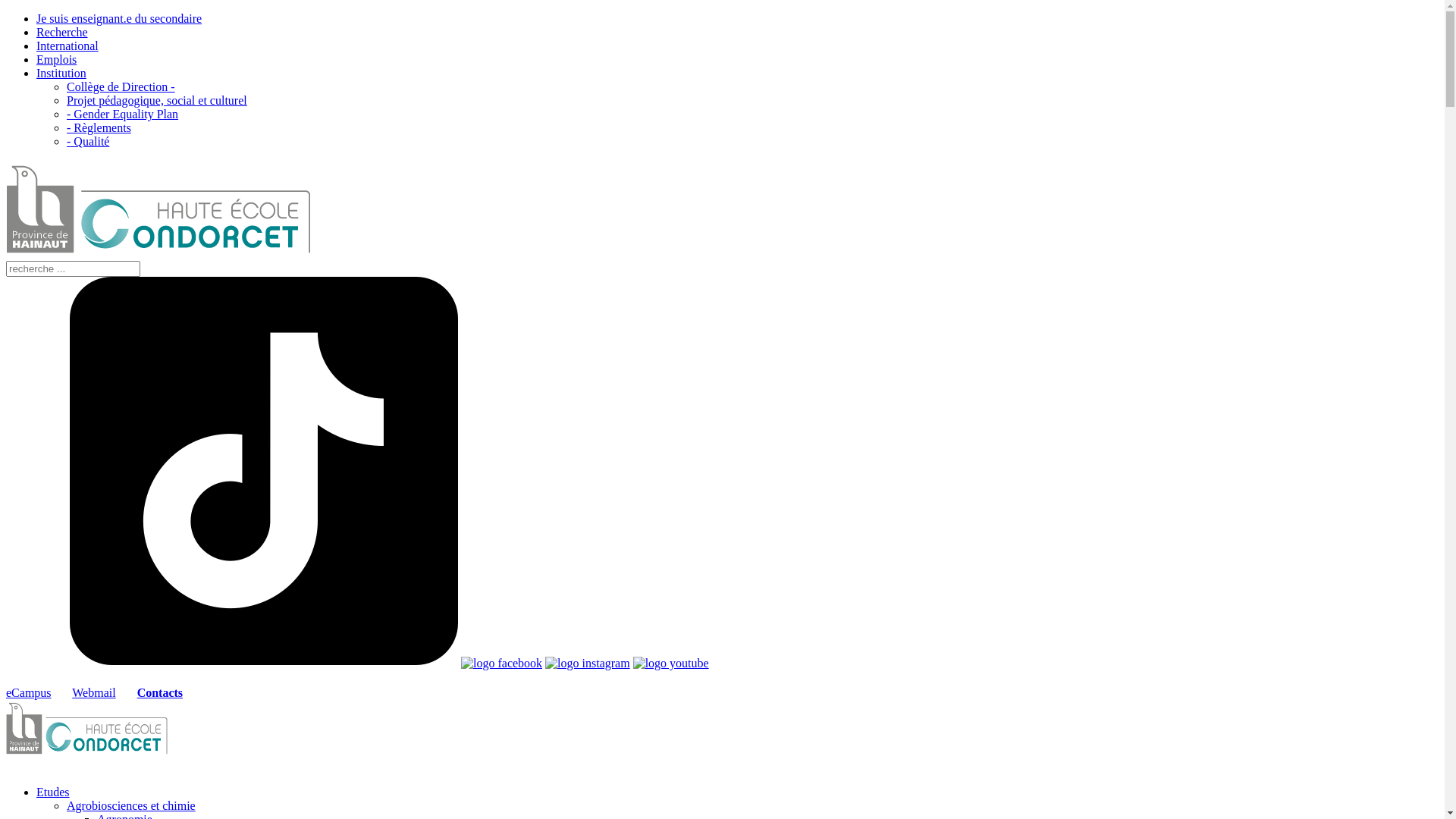 The width and height of the screenshot is (1456, 819). What do you see at coordinates (160, 692) in the screenshot?
I see `'Contacts'` at bounding box center [160, 692].